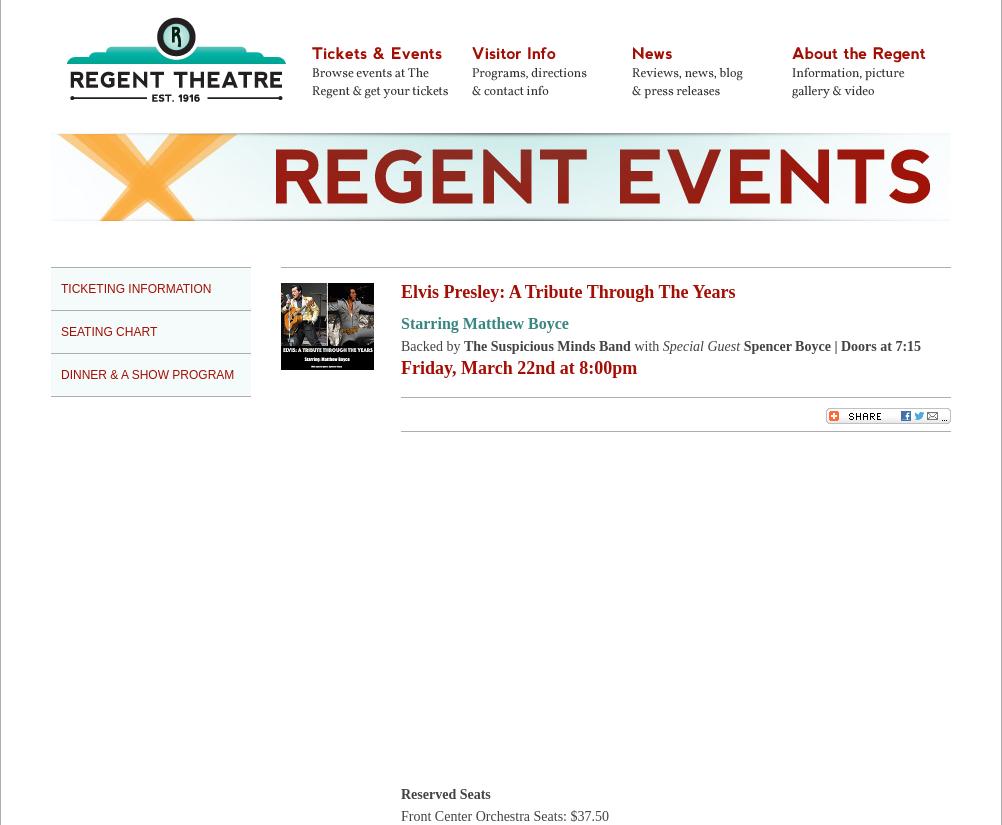 The image size is (1002, 825). Describe the element at coordinates (146, 374) in the screenshot. I see `'Dinner & a Show Program'` at that location.